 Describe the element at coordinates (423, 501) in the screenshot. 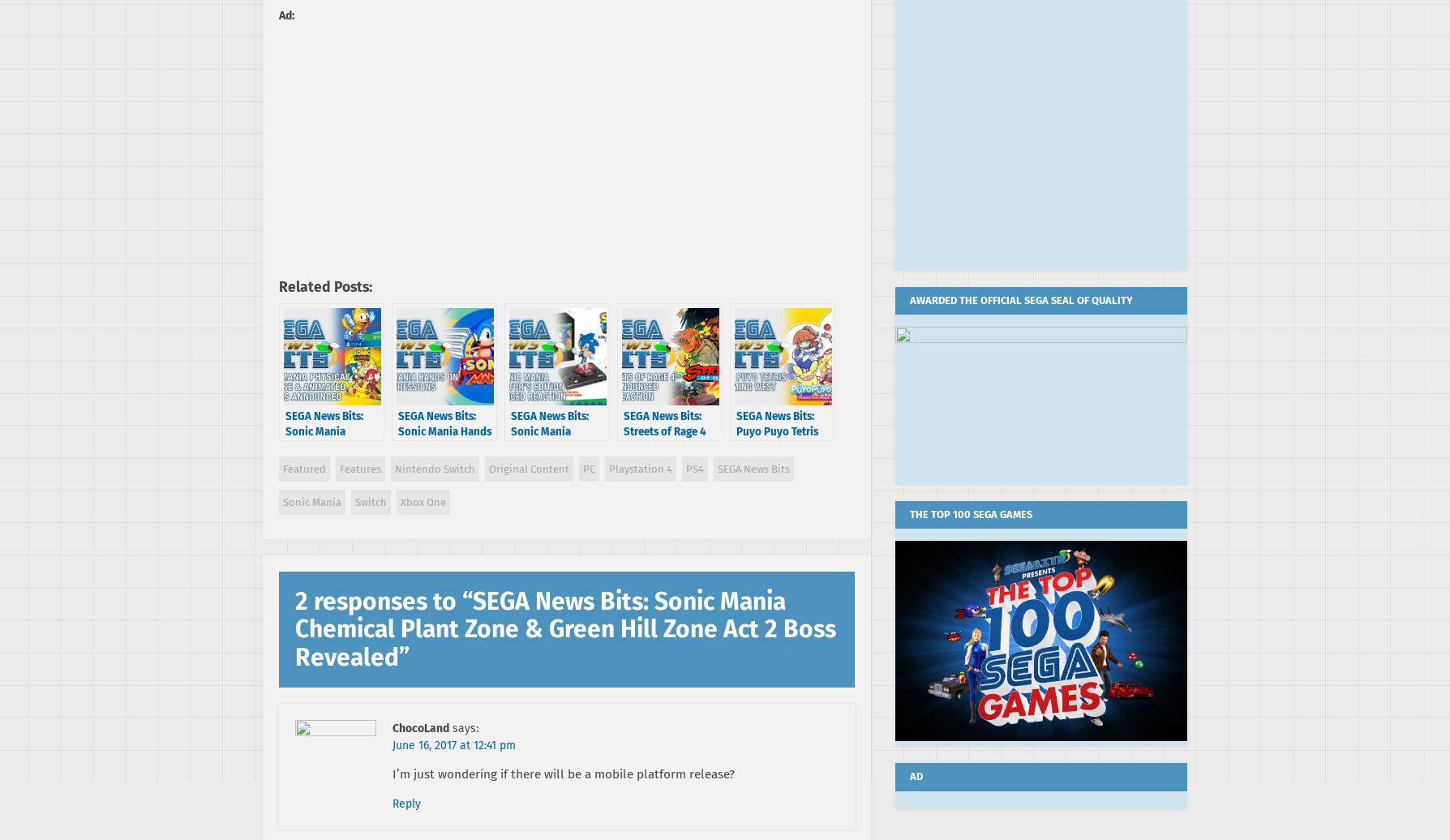

I see `'Xbox One'` at that location.